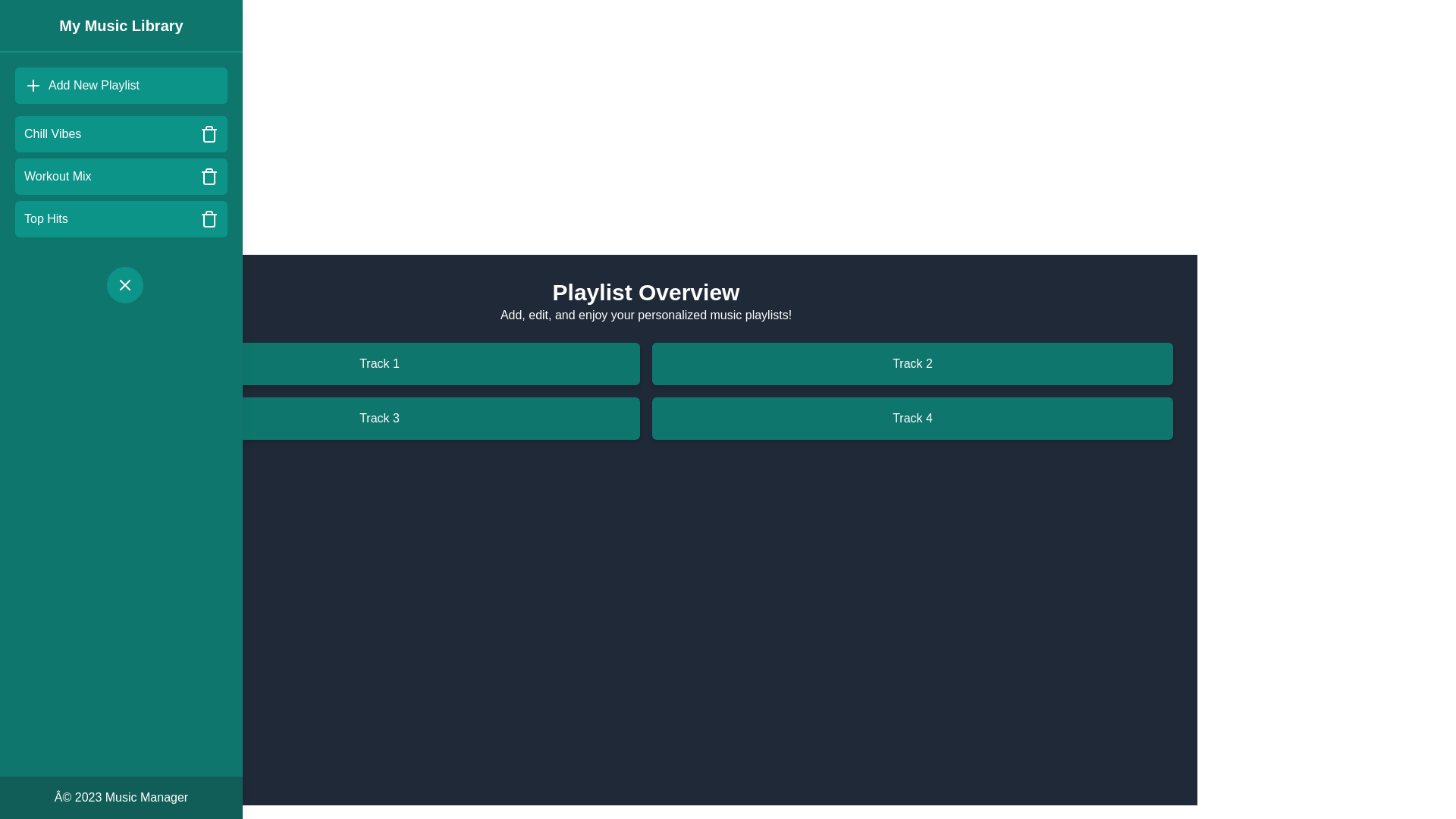 The image size is (1456, 819). Describe the element at coordinates (379, 363) in the screenshot. I see `the 'Track 1' button, which is a teal button with white text displaying 'Track 1' and is located in the top-left position of a grid layout` at that location.